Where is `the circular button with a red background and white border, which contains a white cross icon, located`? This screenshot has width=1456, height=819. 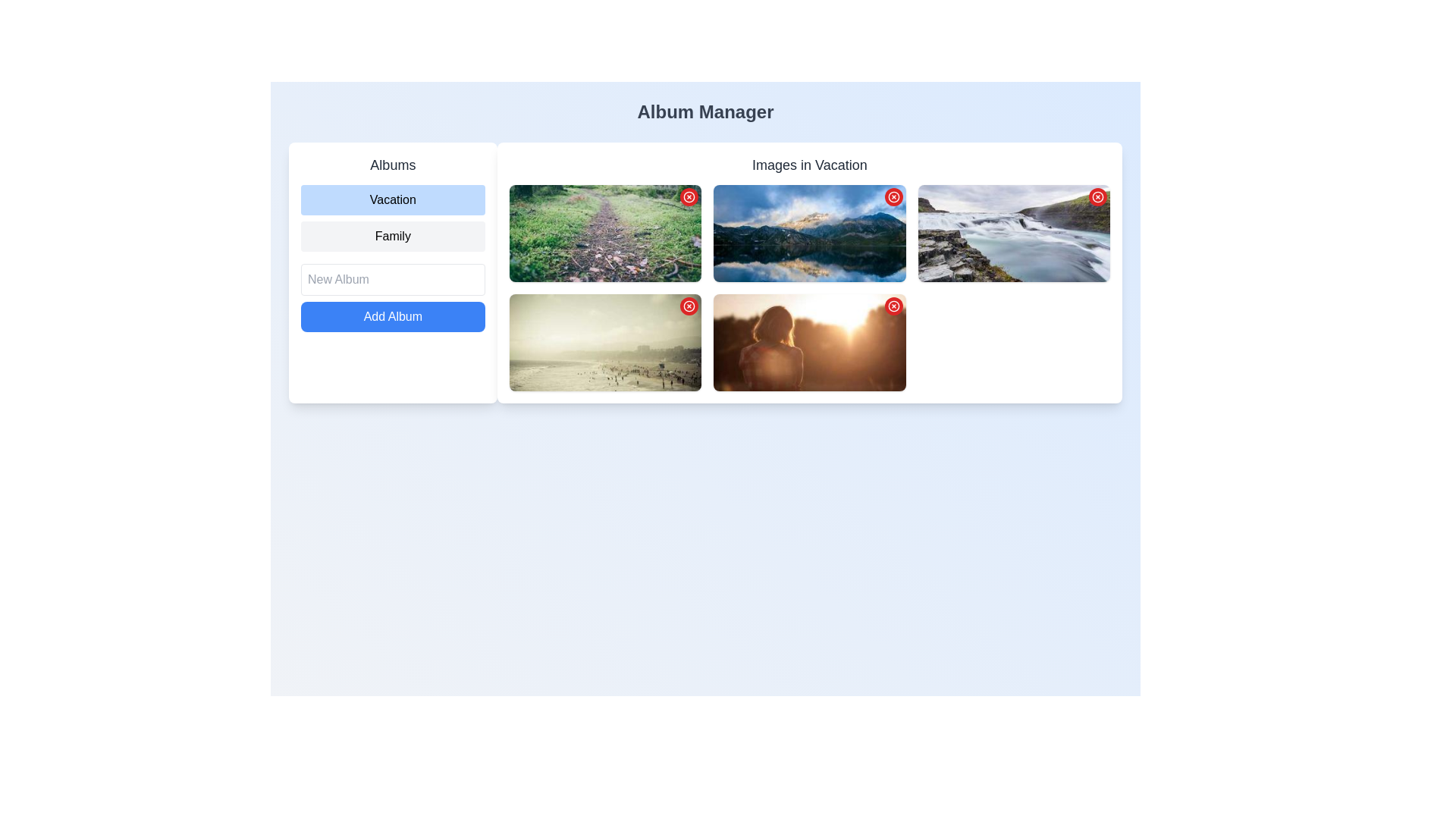
the circular button with a red background and white border, which contains a white cross icon, located is located at coordinates (893, 306).